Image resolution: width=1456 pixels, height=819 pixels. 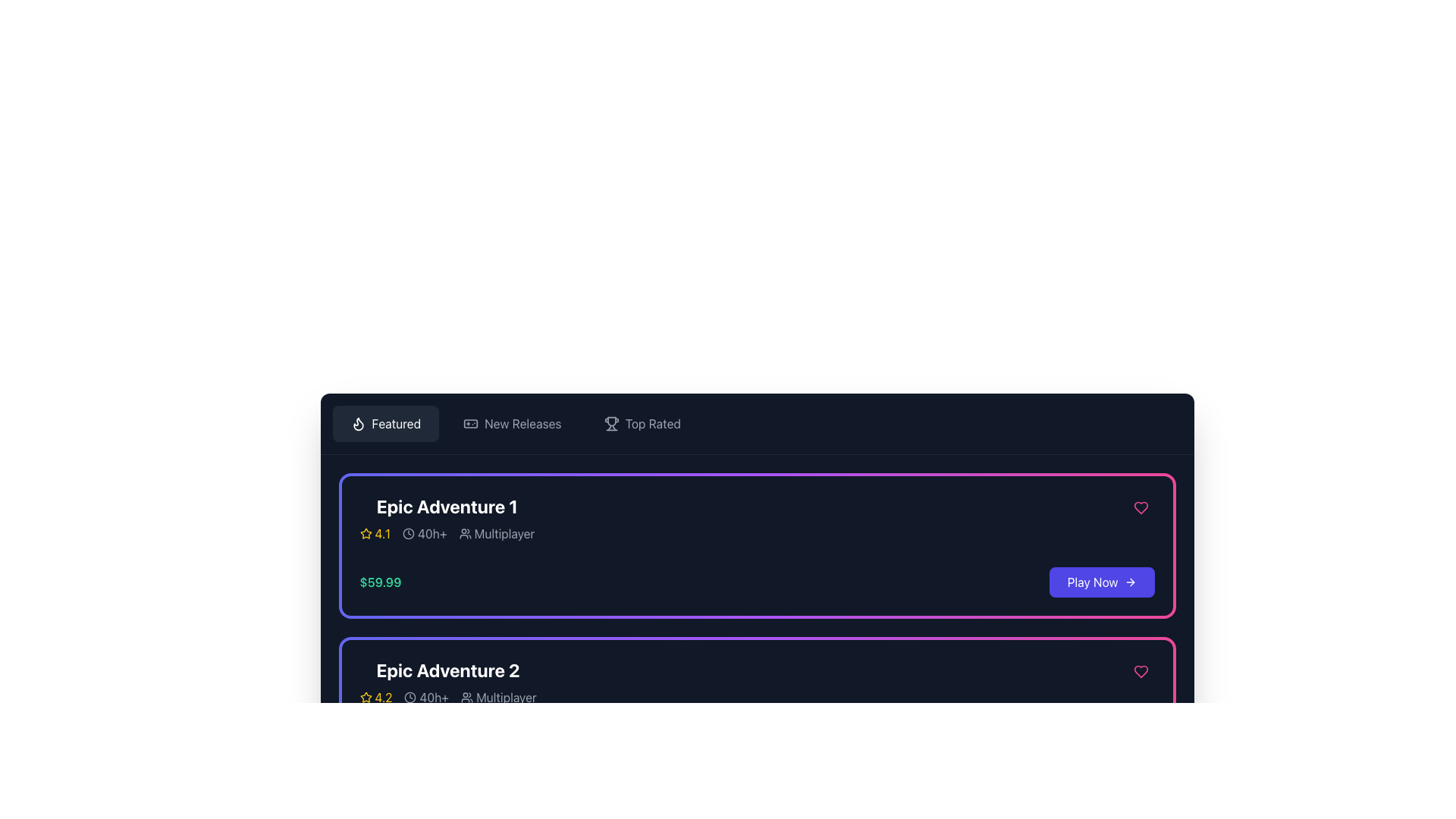 I want to click on the 'Featured' text label, which is displayed in white font on a dark background, so click(x=396, y=424).